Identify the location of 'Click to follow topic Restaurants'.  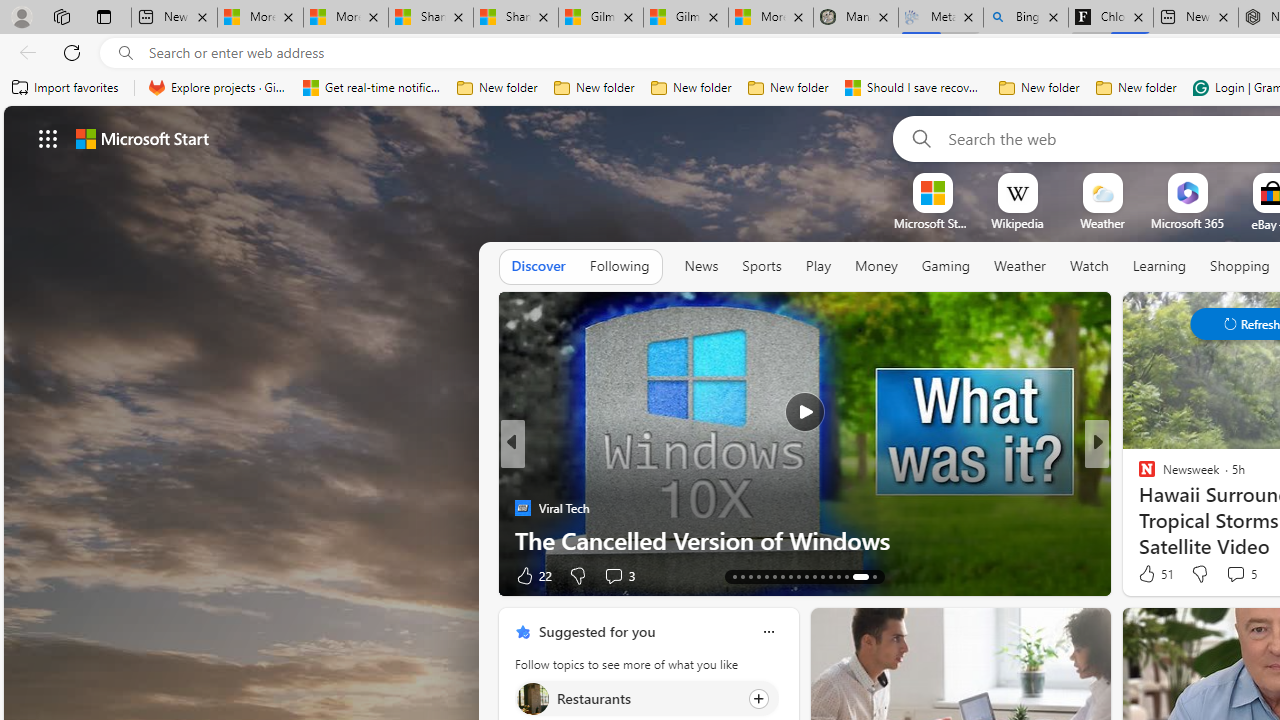
(647, 697).